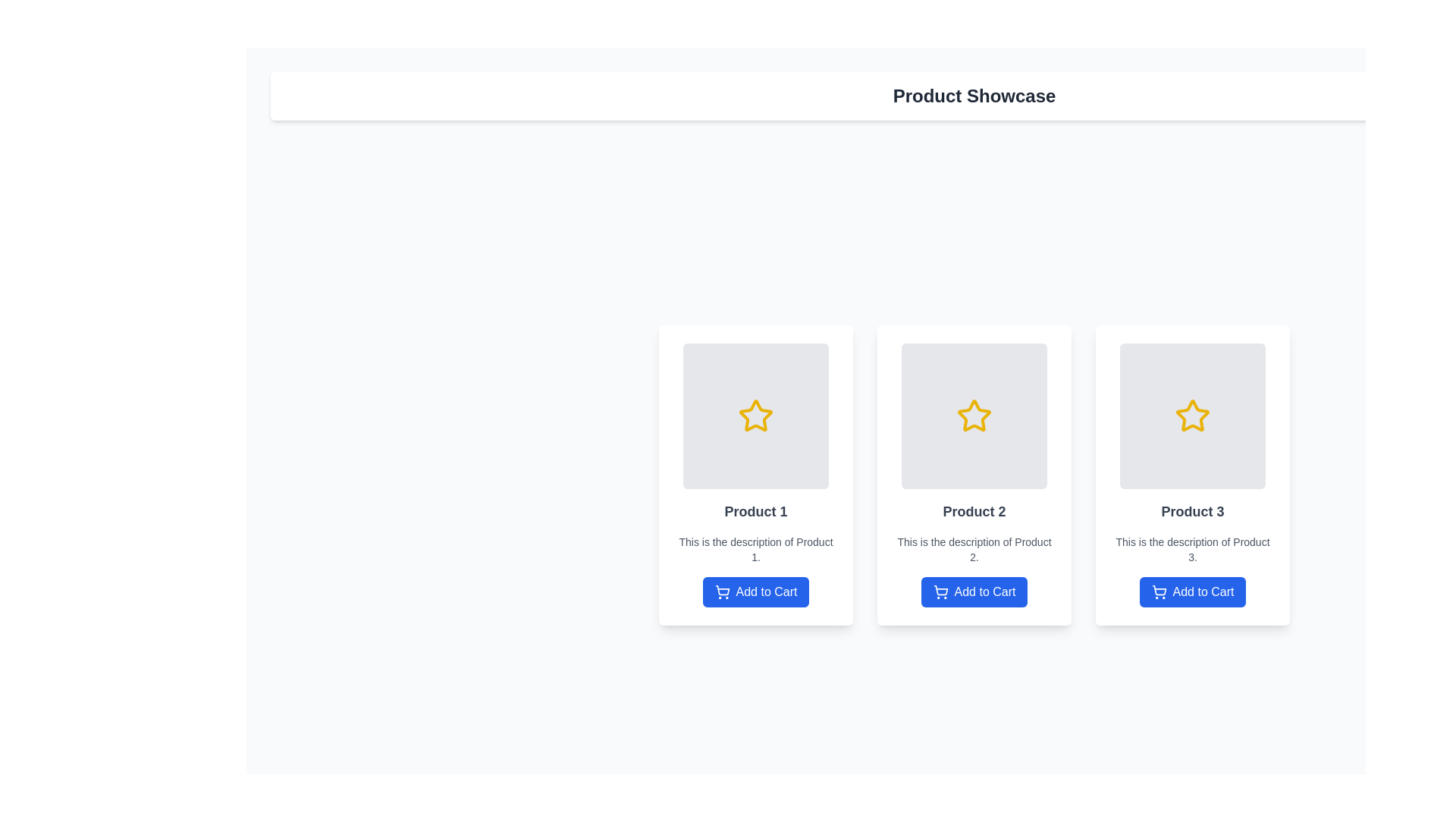 The width and height of the screenshot is (1456, 819). Describe the element at coordinates (974, 416) in the screenshot. I see `the visual representation of 'Product 2' located in the upper section of its card` at that location.